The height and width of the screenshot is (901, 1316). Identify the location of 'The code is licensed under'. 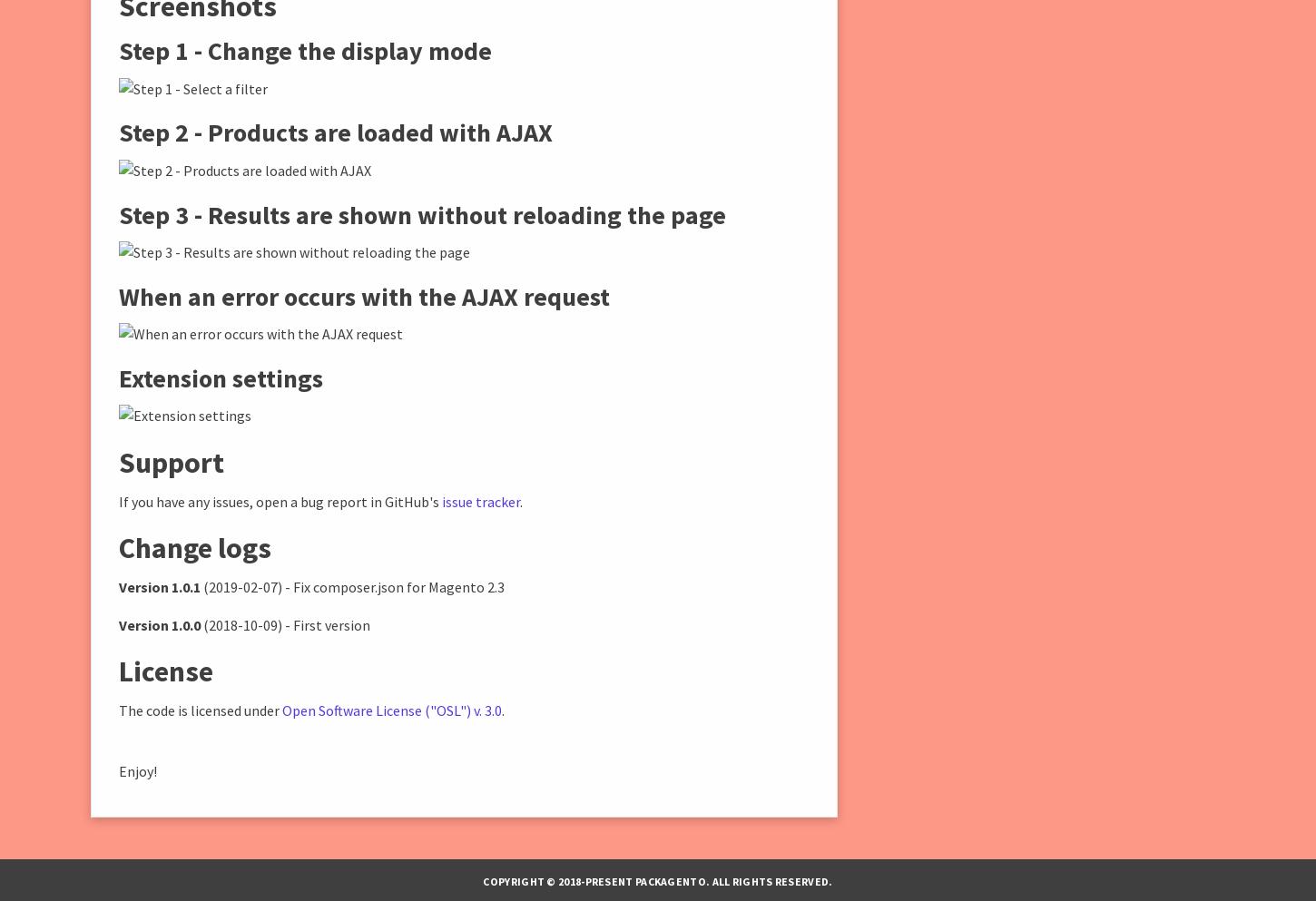
(199, 708).